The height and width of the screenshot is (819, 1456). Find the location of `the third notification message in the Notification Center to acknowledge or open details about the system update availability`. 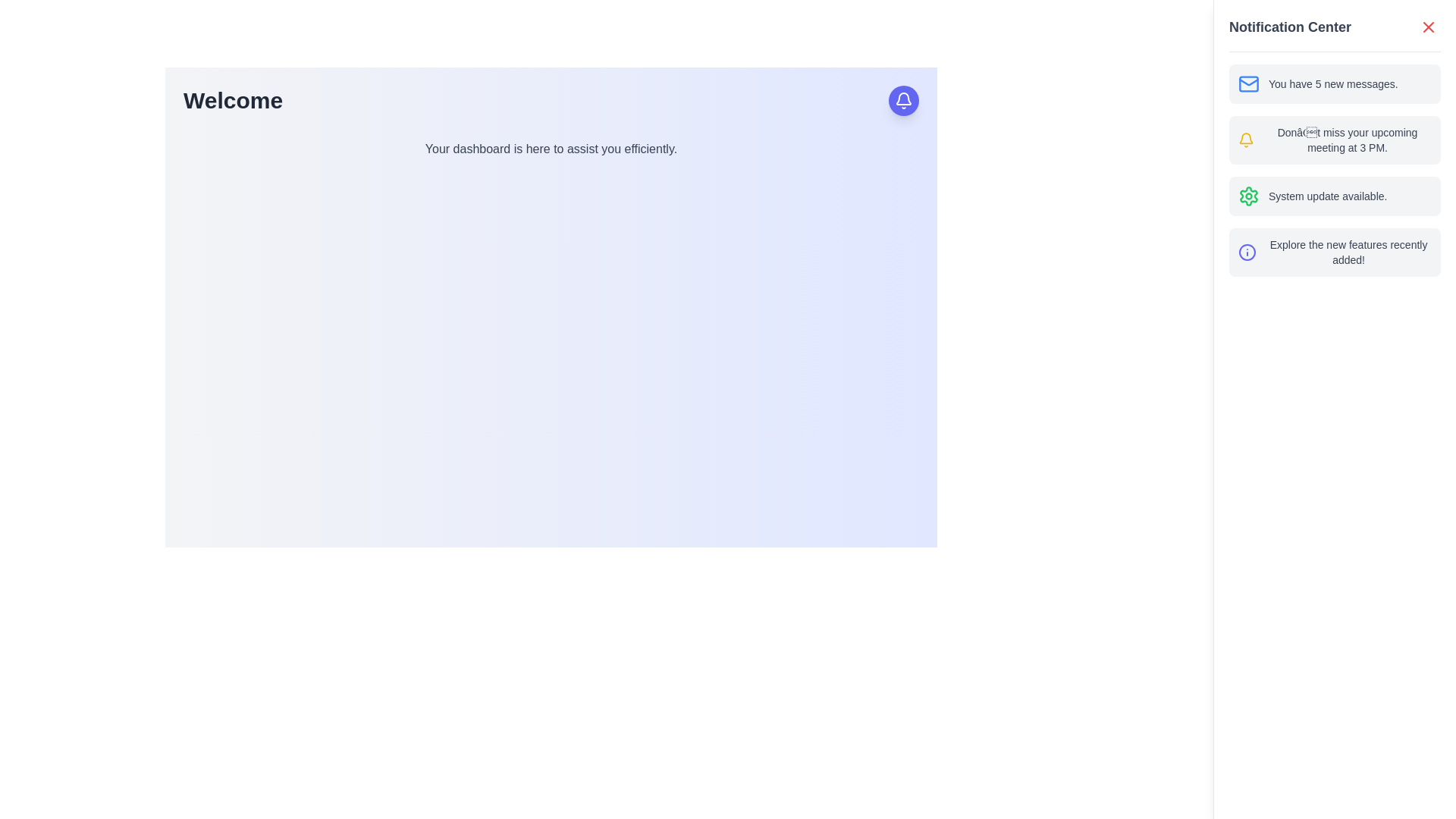

the third notification message in the Notification Center to acknowledge or open details about the system update availability is located at coordinates (1335, 195).